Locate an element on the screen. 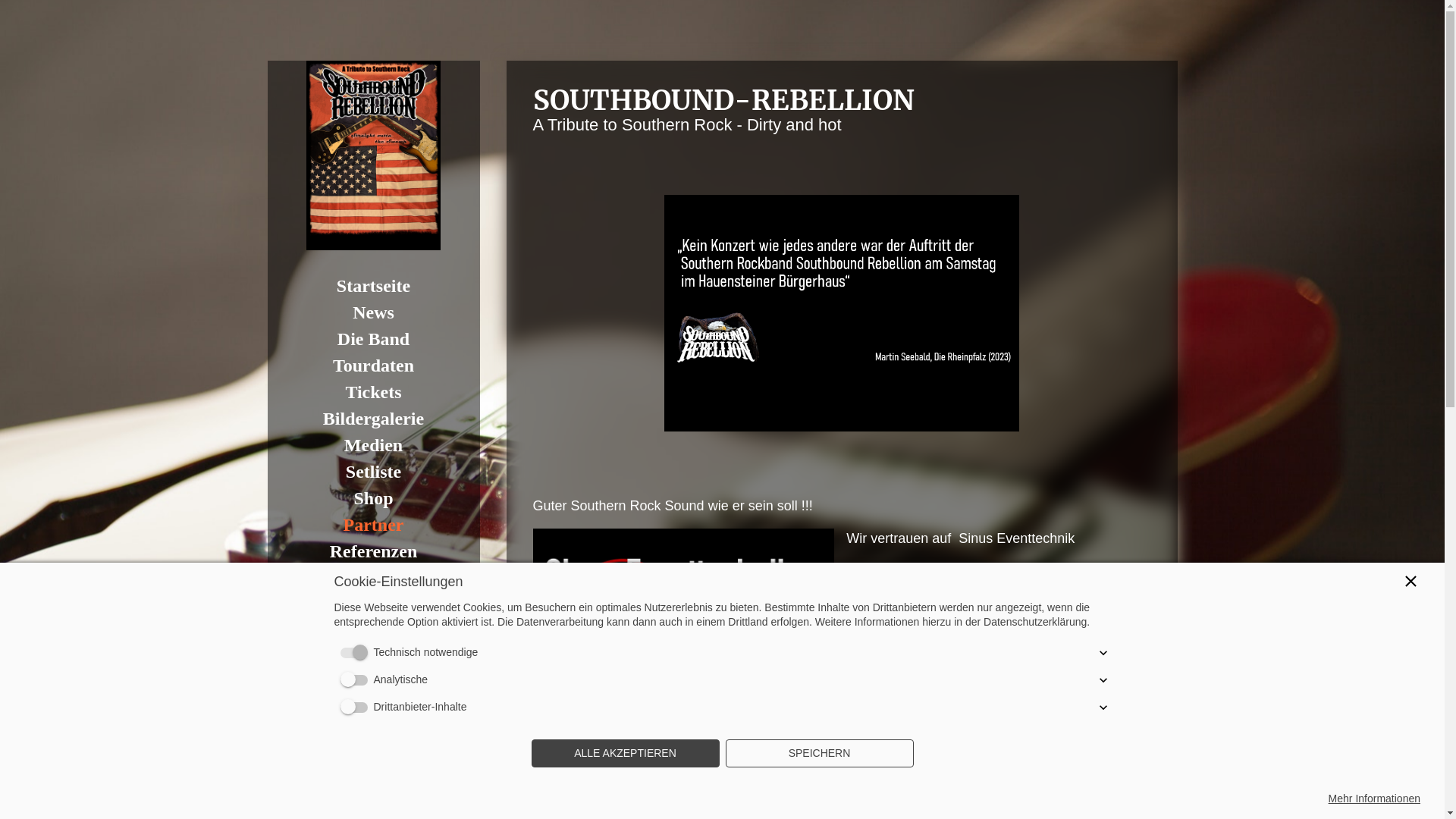  'Impressum' is located at coordinates (372, 631).